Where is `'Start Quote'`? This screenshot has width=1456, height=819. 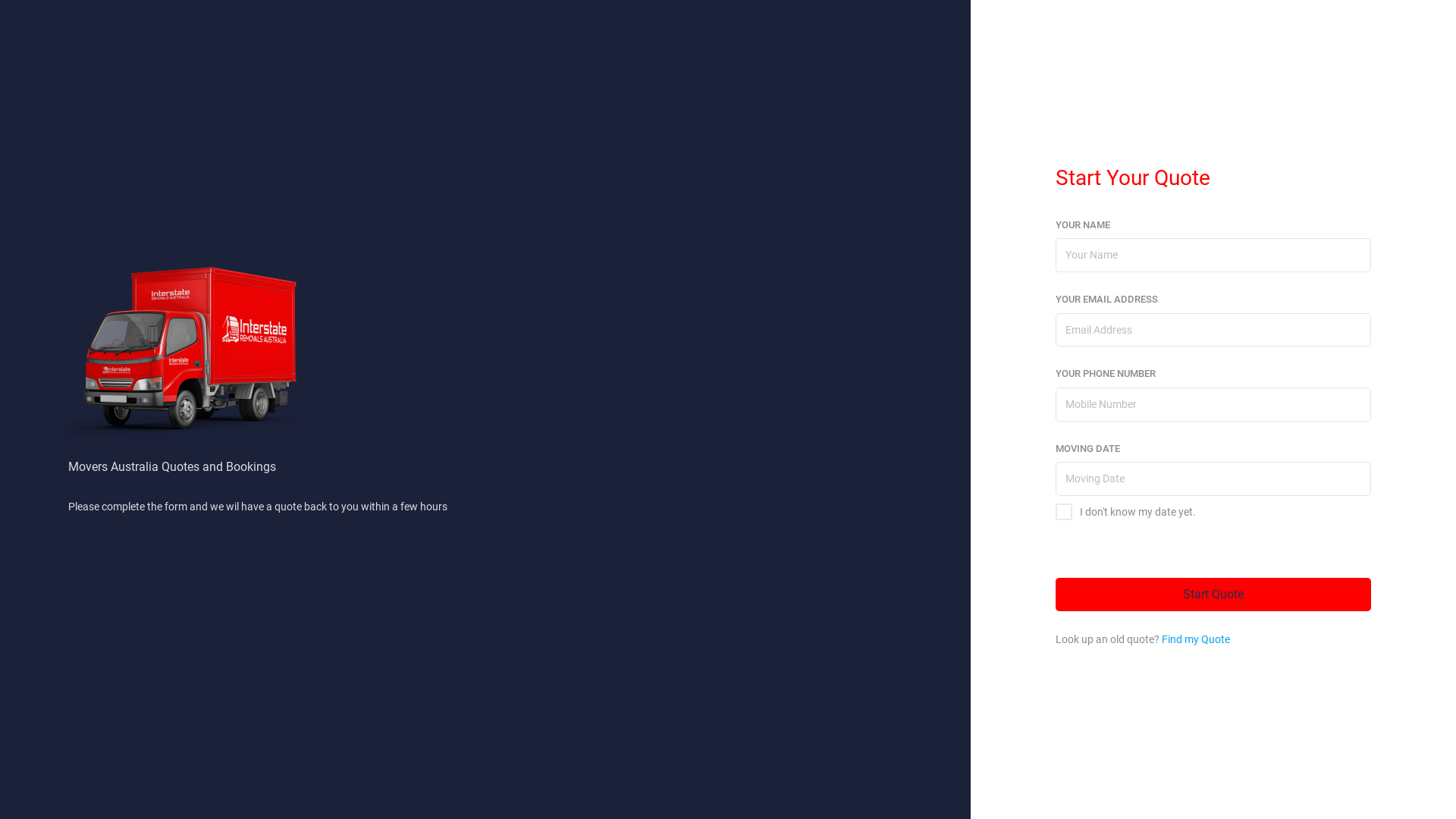
'Start Quote' is located at coordinates (1213, 593).